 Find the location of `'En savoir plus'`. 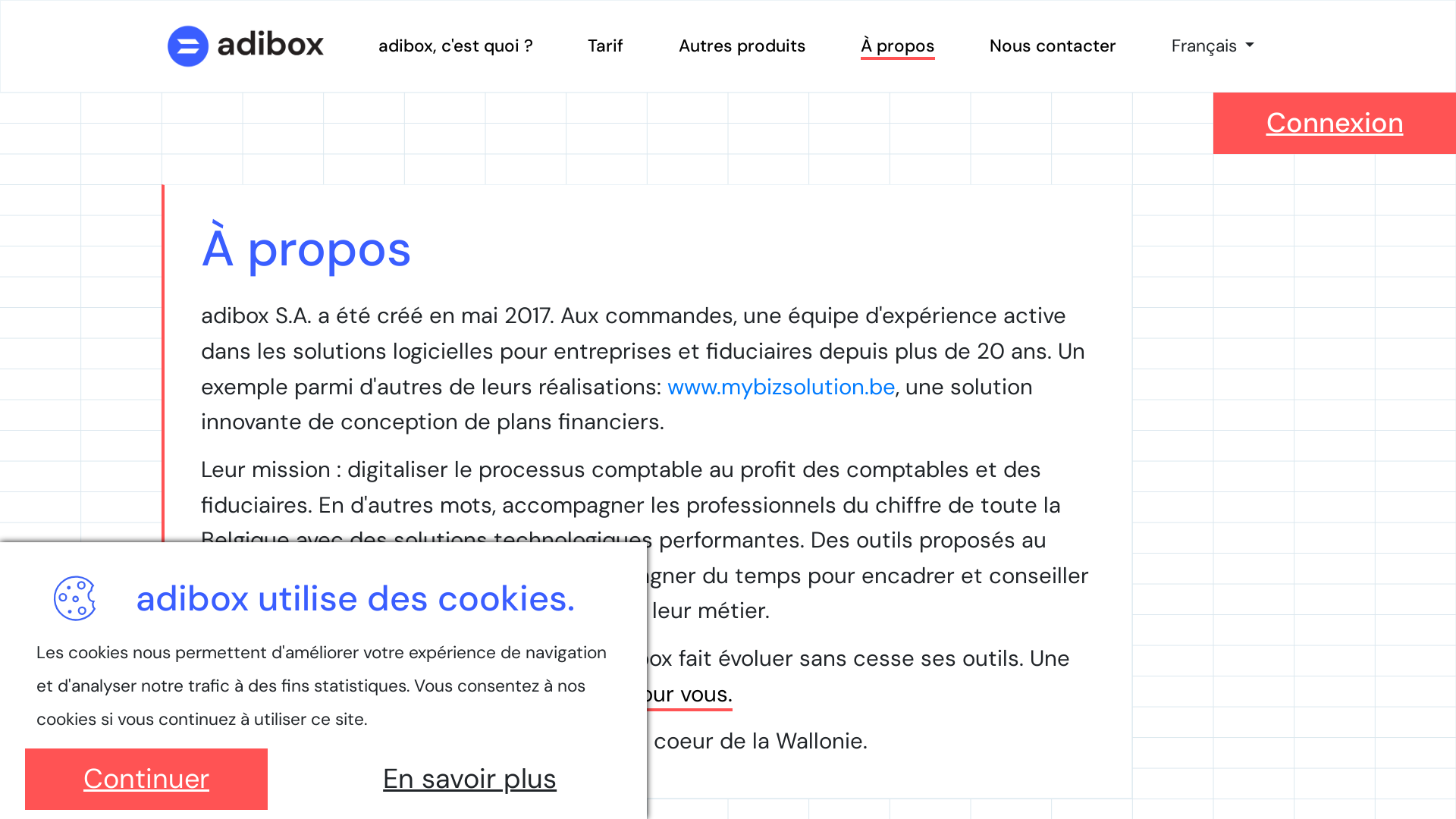

'En savoir plus' is located at coordinates (469, 779).